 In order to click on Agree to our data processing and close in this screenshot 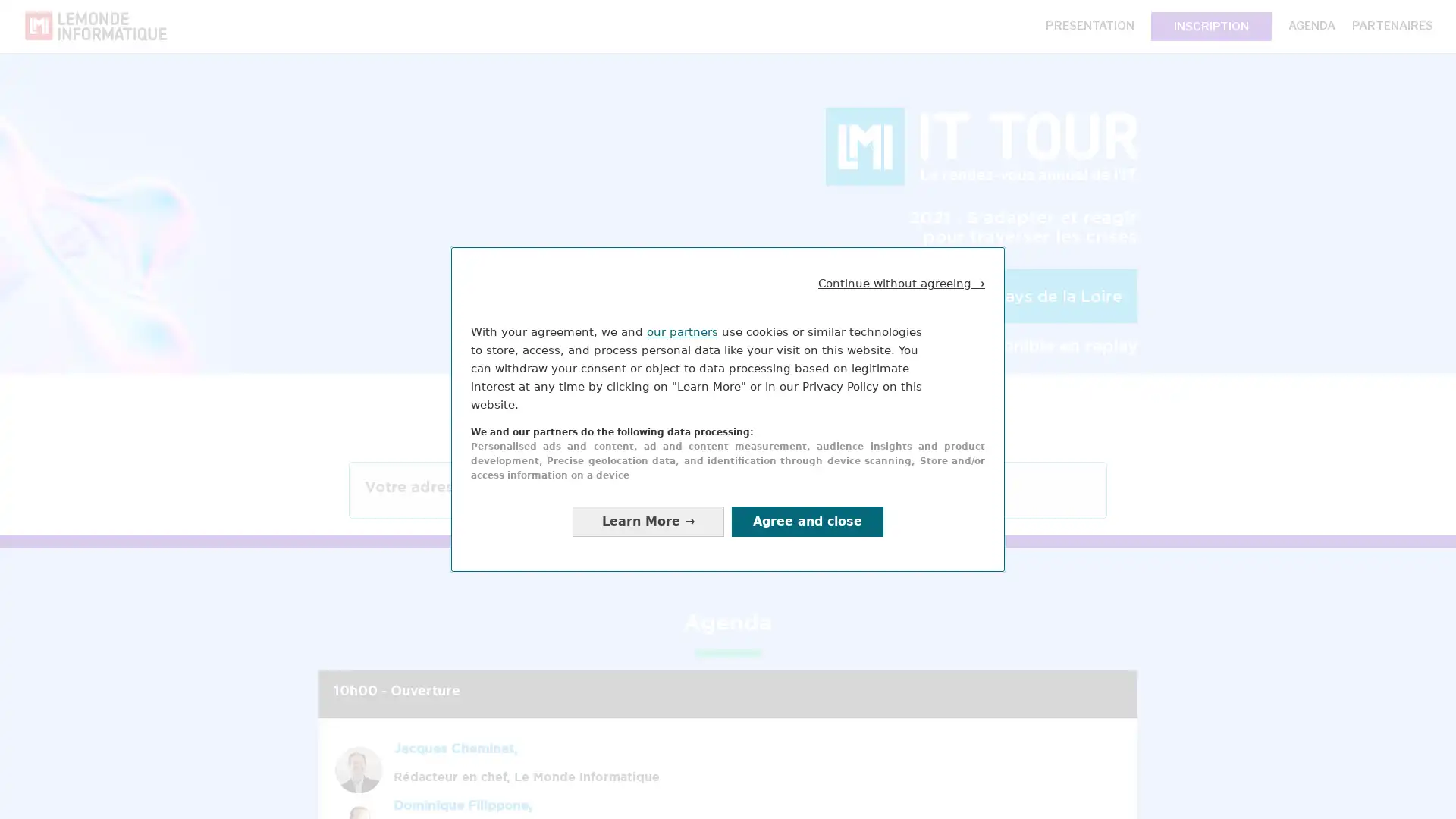, I will do `click(807, 520)`.